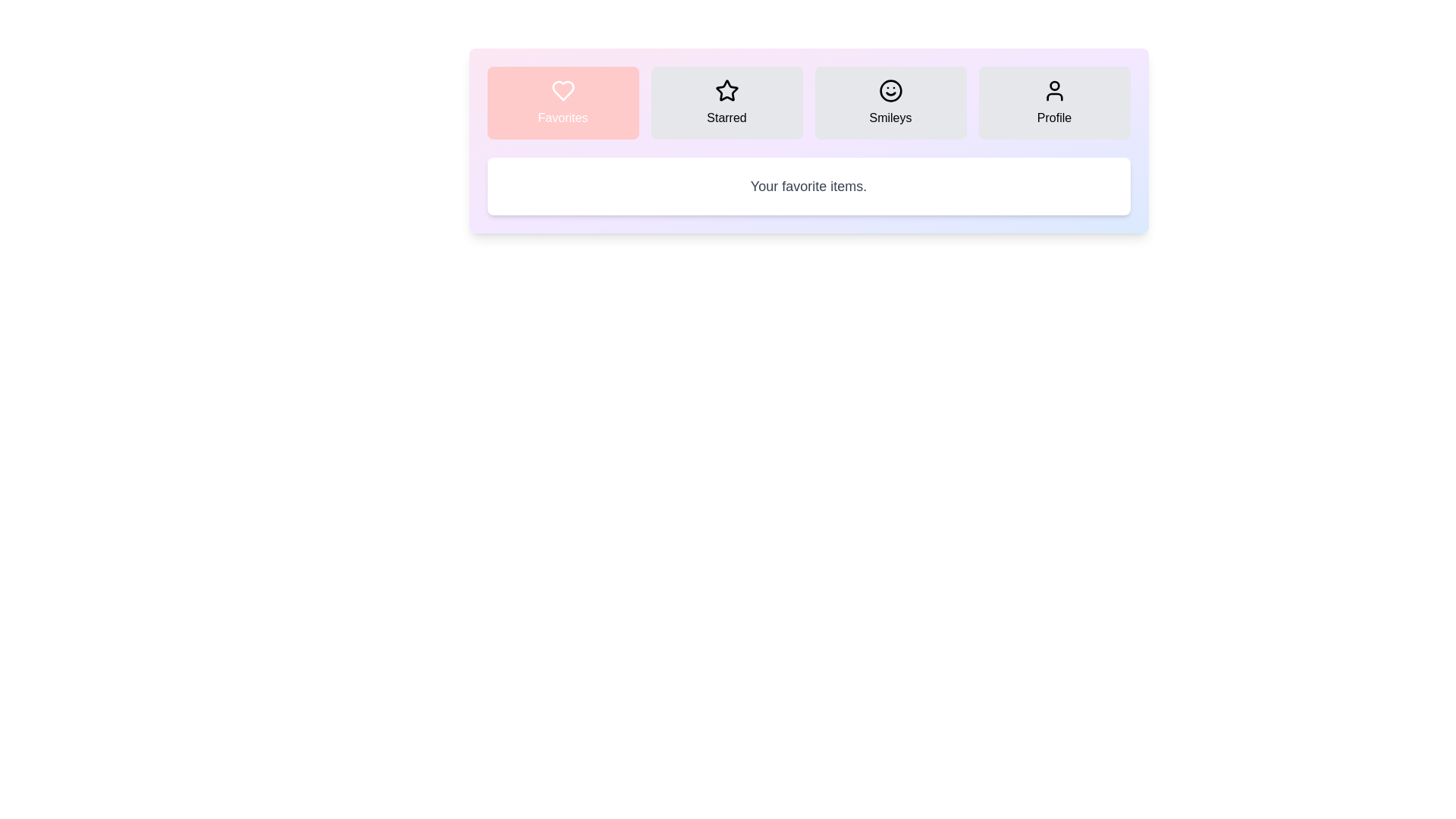 The width and height of the screenshot is (1456, 819). Describe the element at coordinates (890, 102) in the screenshot. I see `the Smileys tab by clicking on it` at that location.